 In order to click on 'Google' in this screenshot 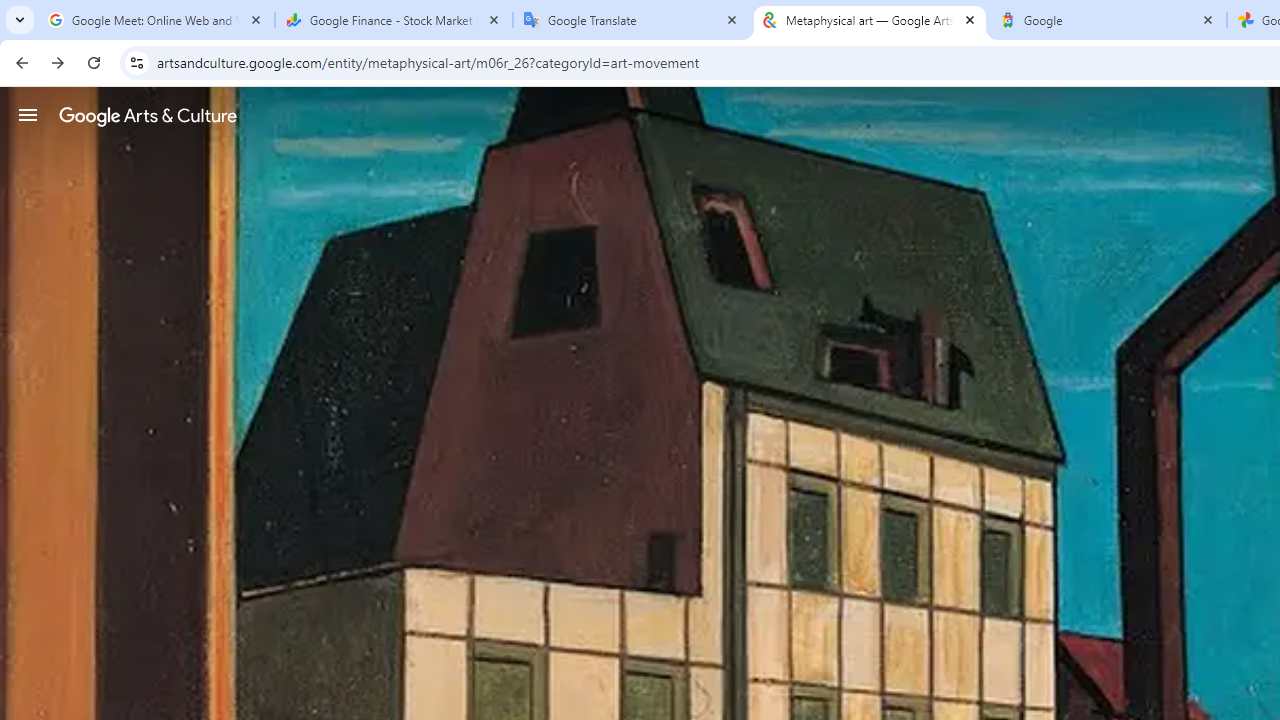, I will do `click(1107, 20)`.